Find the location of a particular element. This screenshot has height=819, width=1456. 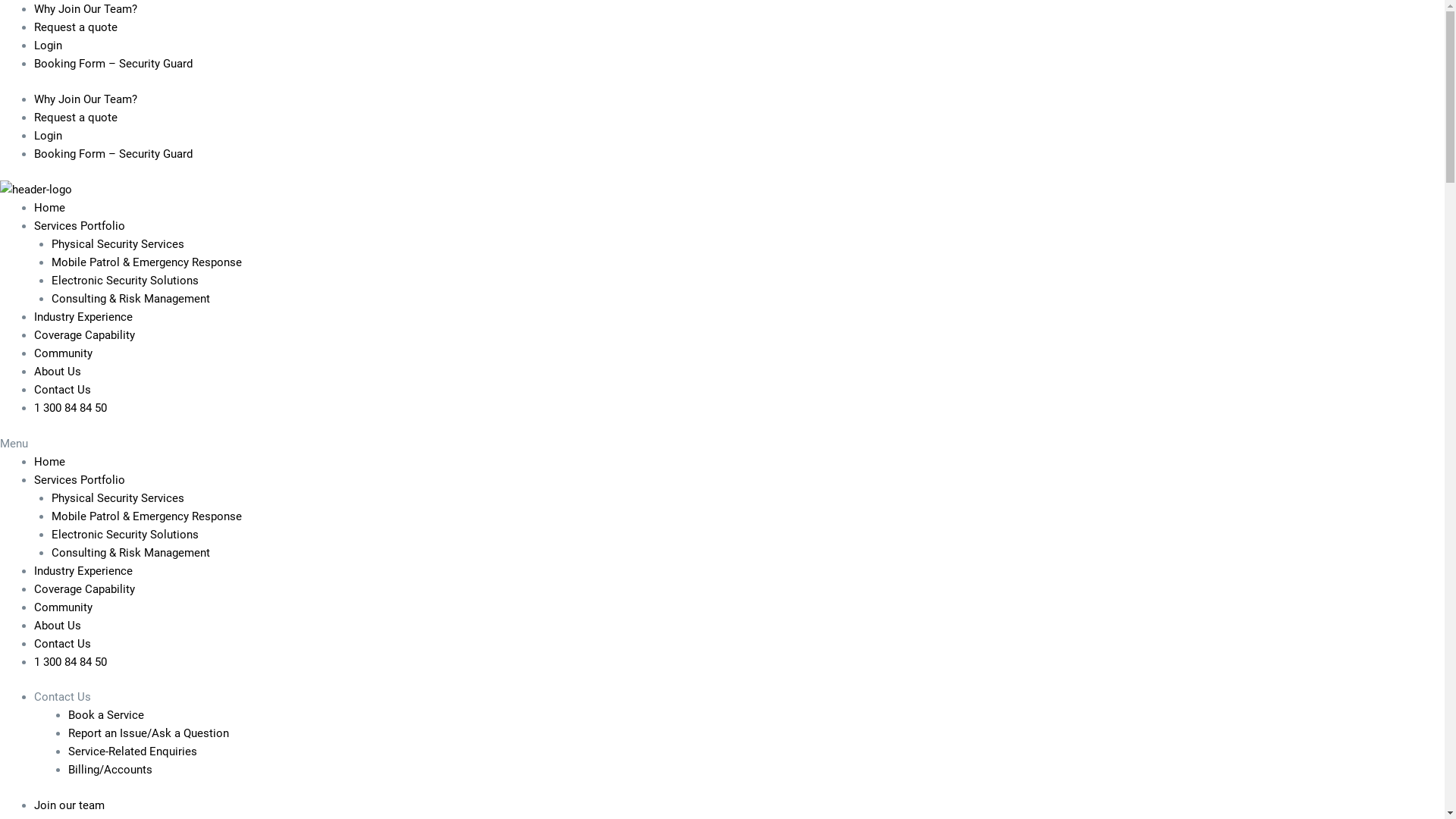

'Request a quote' is located at coordinates (75, 27).